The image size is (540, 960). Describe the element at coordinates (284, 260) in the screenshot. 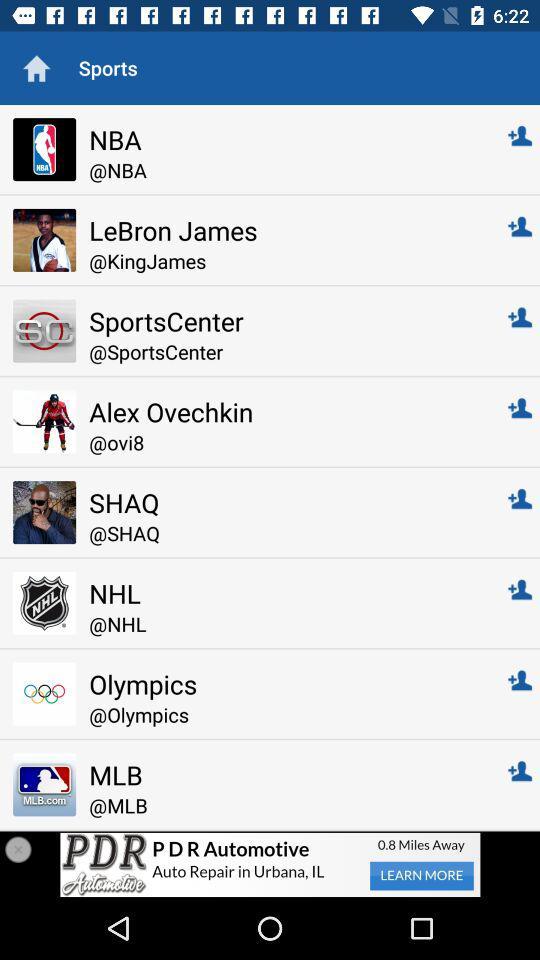

I see `@kingjames` at that location.